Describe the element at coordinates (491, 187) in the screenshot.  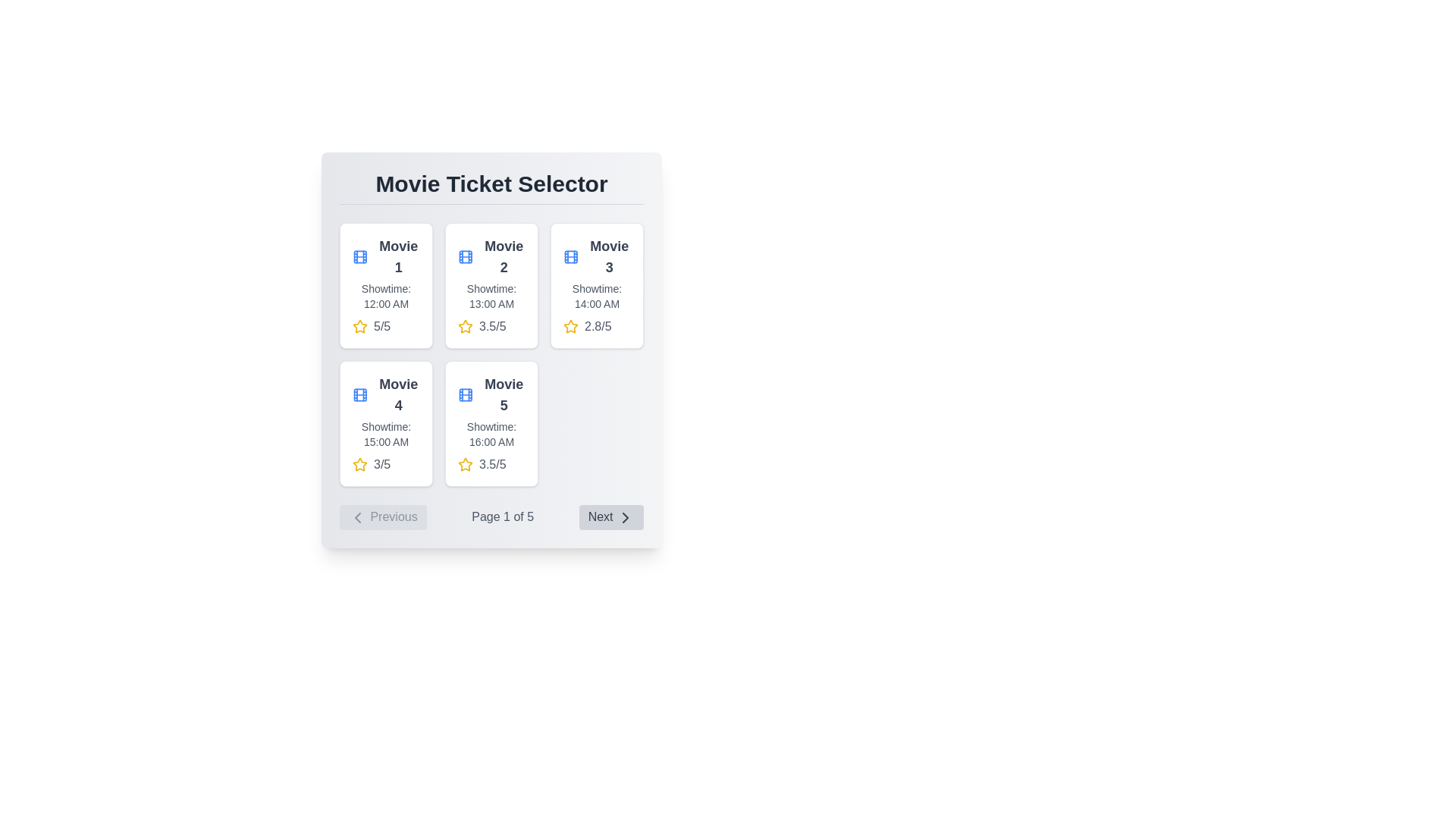
I see `text header labeled 'Movie Ticket Selector', which is styled in large, bold, and centered font, positioned prominently at the top of the content area` at that location.